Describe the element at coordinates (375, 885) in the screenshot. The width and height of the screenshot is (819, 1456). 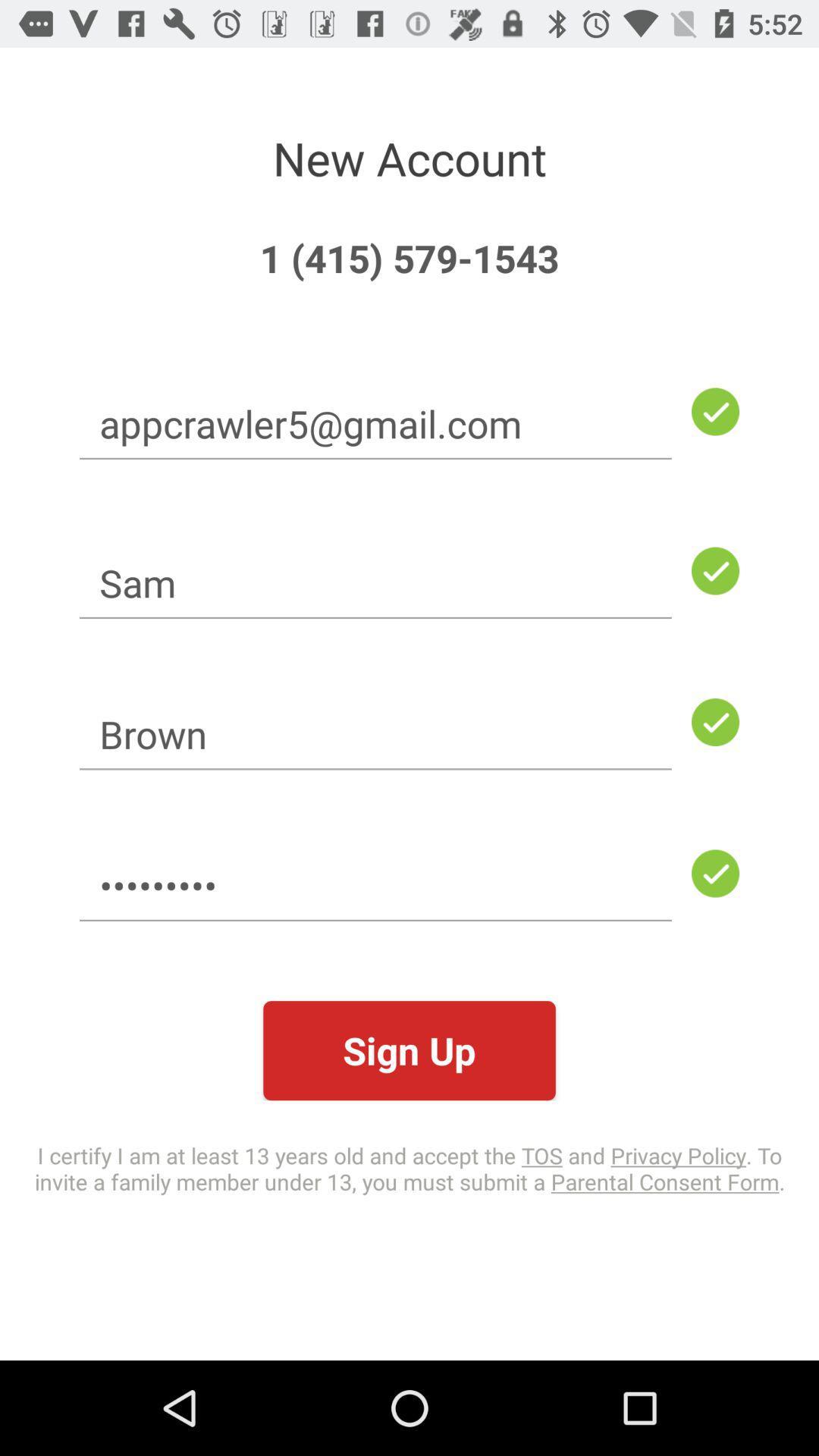
I see `the crowd3116 item` at that location.